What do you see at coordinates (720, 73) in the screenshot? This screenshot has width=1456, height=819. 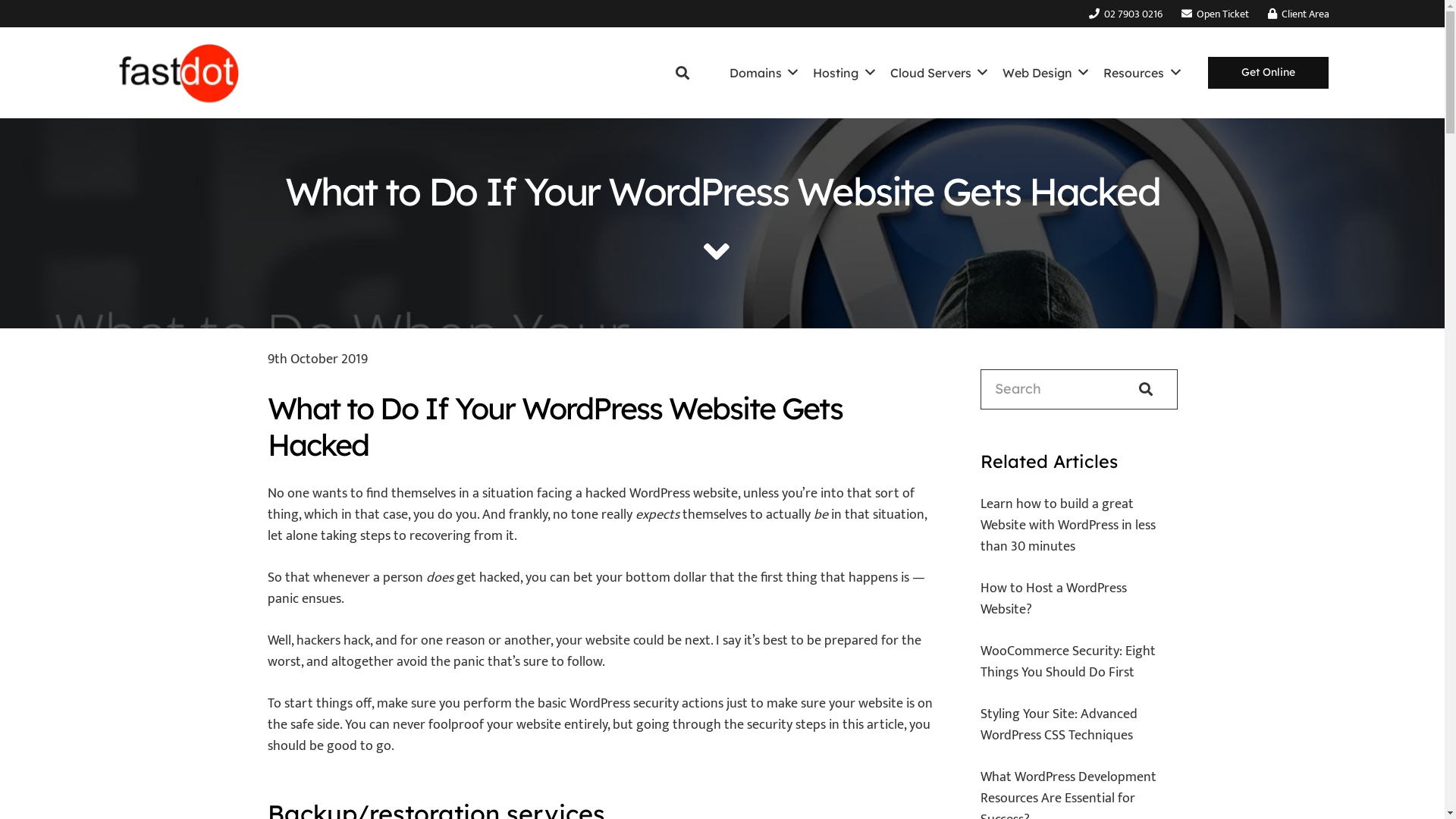 I see `'Domains'` at bounding box center [720, 73].